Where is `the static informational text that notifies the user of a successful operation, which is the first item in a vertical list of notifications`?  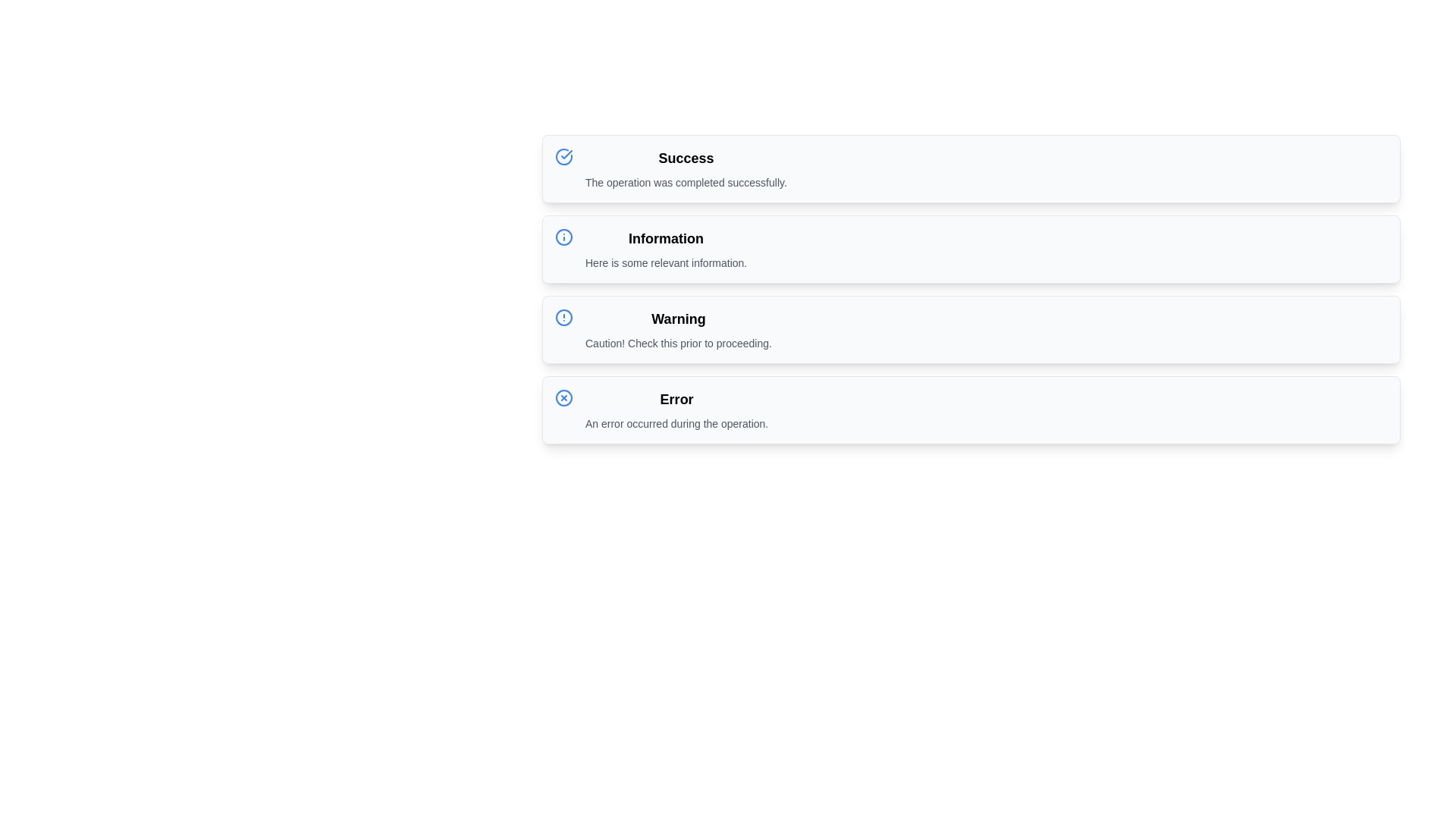 the static informational text that notifies the user of a successful operation, which is the first item in a vertical list of notifications is located at coordinates (685, 169).